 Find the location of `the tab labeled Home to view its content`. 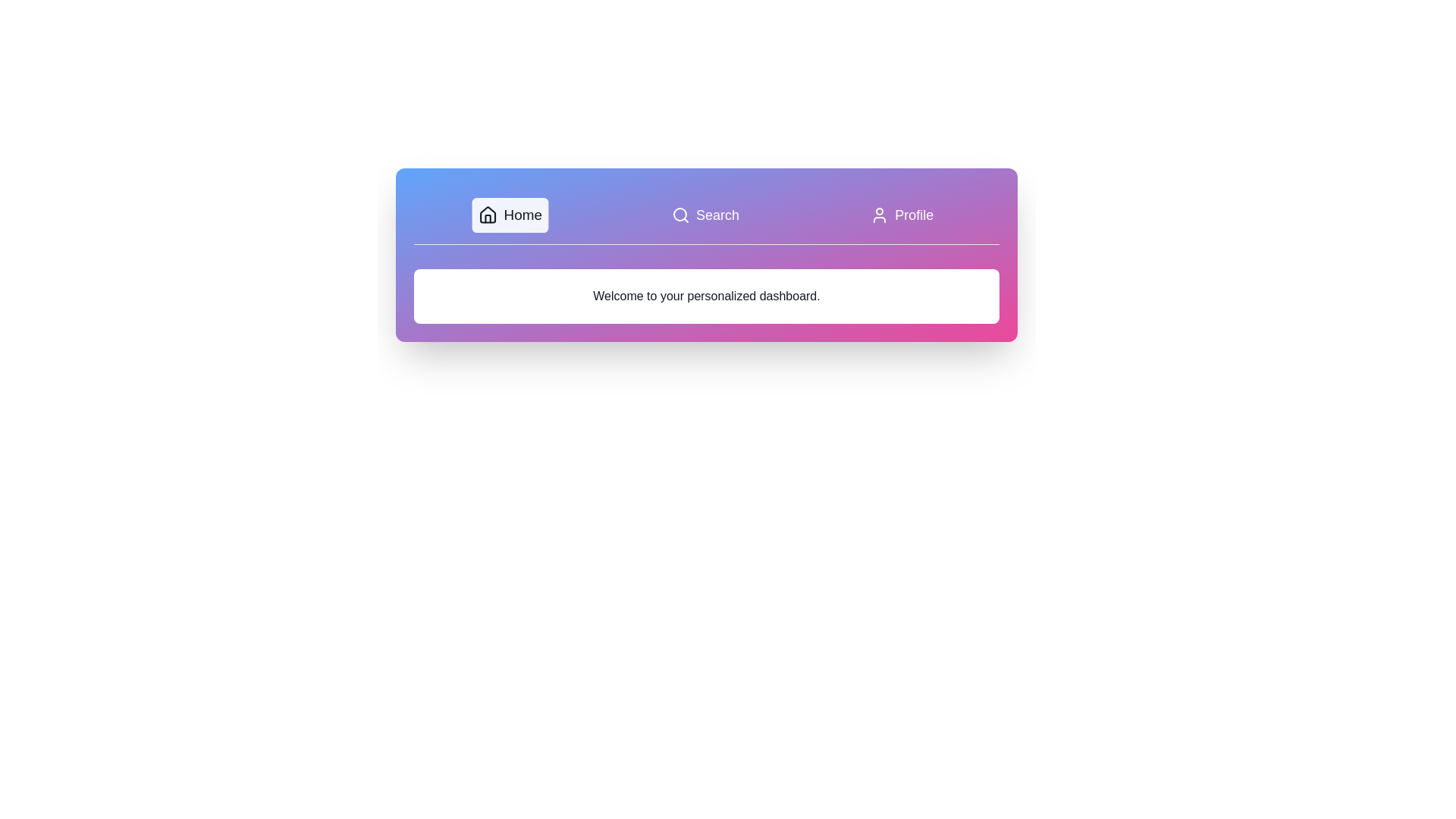

the tab labeled Home to view its content is located at coordinates (510, 215).